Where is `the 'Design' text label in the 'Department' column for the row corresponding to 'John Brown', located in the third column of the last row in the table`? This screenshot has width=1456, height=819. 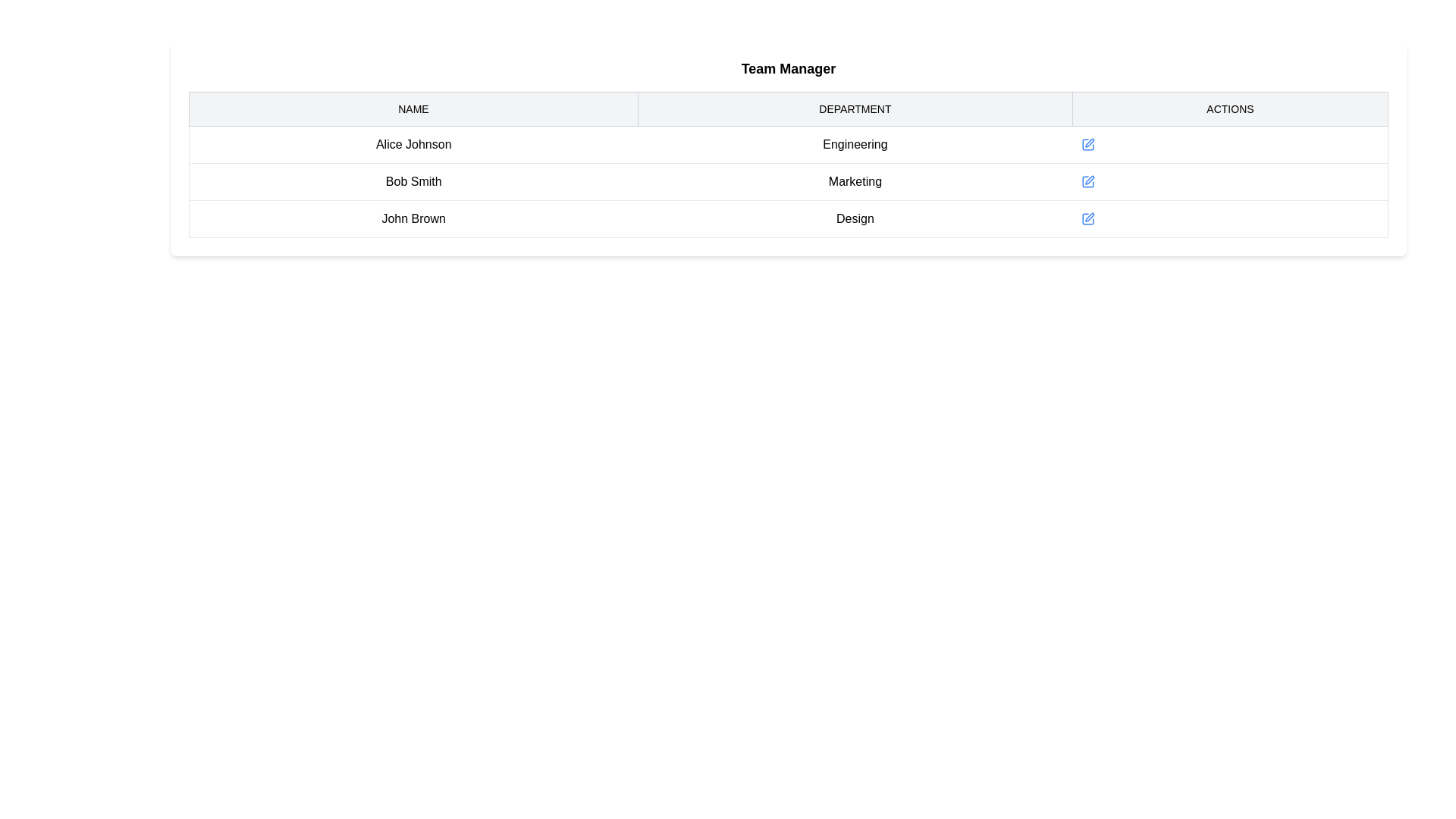
the 'Design' text label in the 'Department' column for the row corresponding to 'John Brown', located in the third column of the last row in the table is located at coordinates (855, 219).